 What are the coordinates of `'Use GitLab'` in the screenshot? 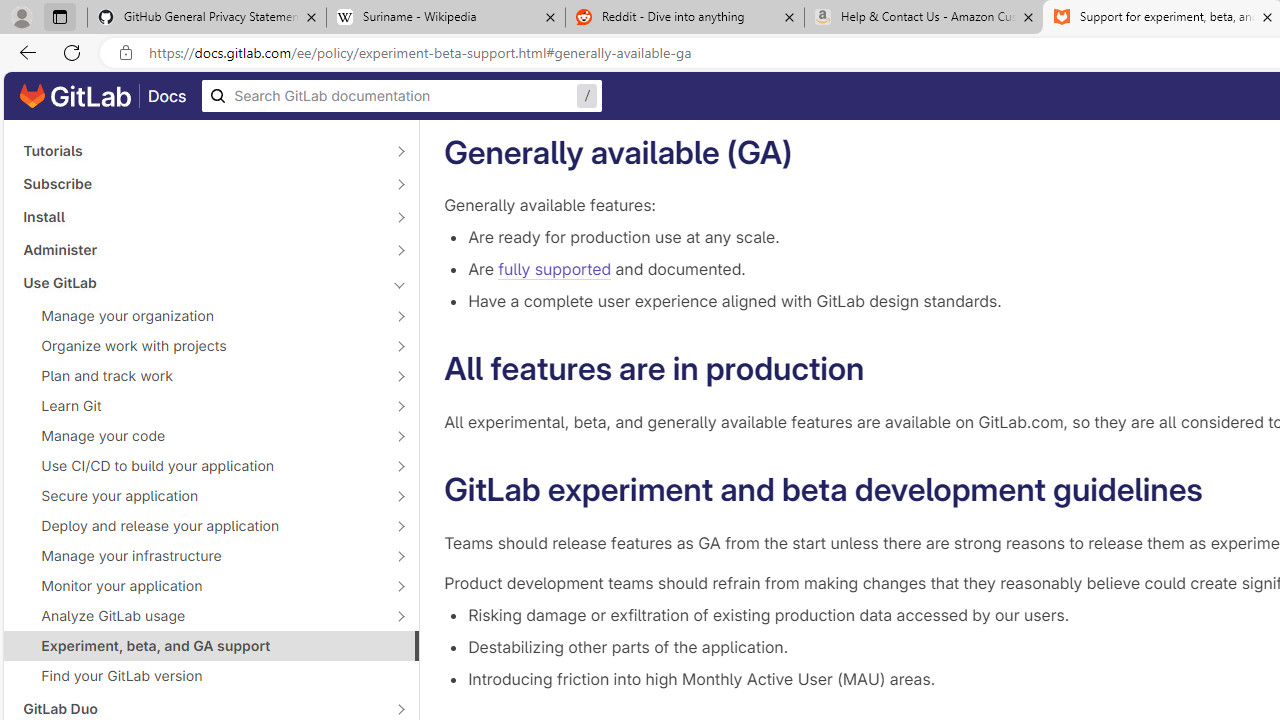 It's located at (200, 282).